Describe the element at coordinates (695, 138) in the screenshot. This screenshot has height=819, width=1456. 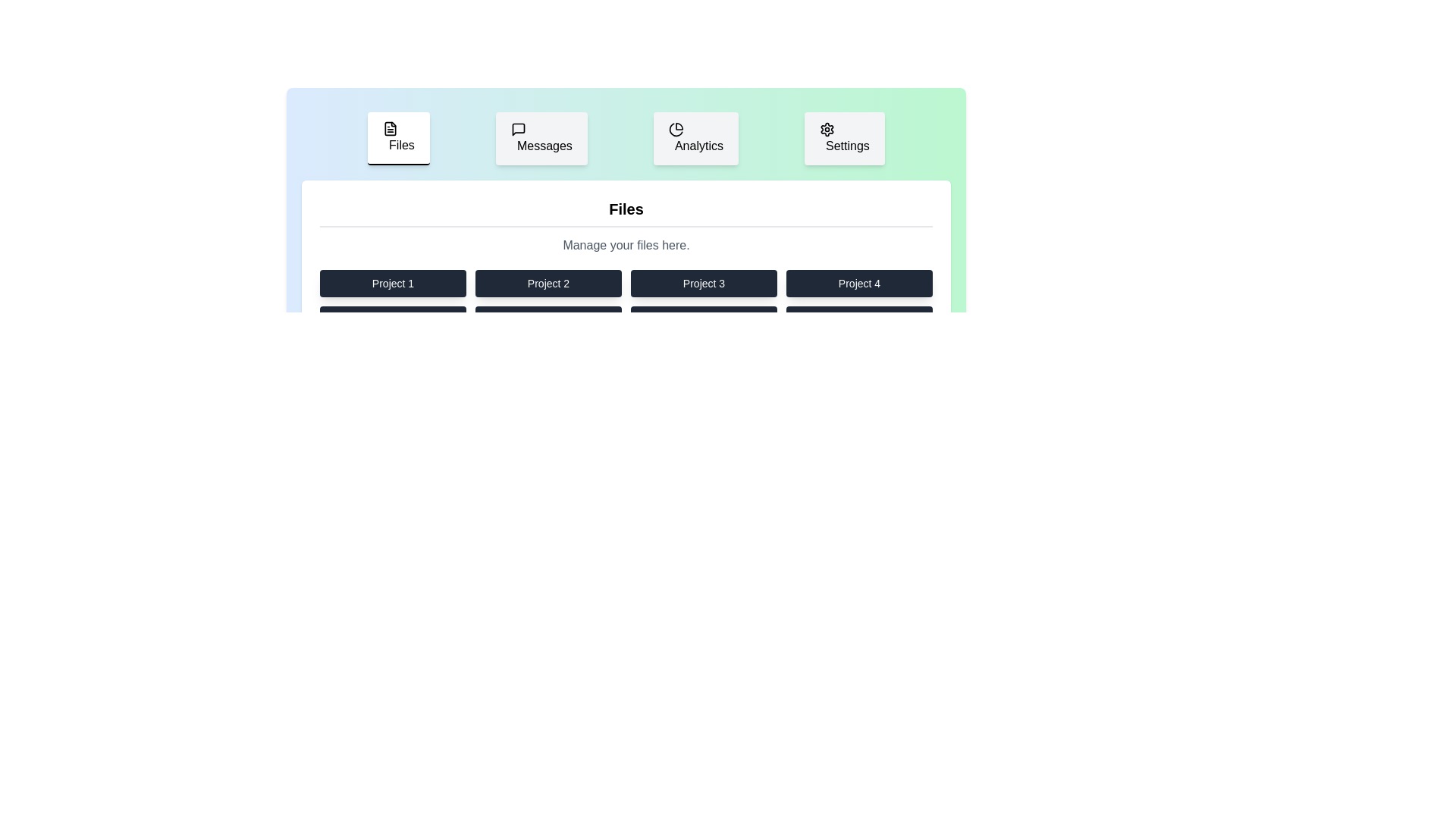
I see `the Analytics tab to switch its content` at that location.